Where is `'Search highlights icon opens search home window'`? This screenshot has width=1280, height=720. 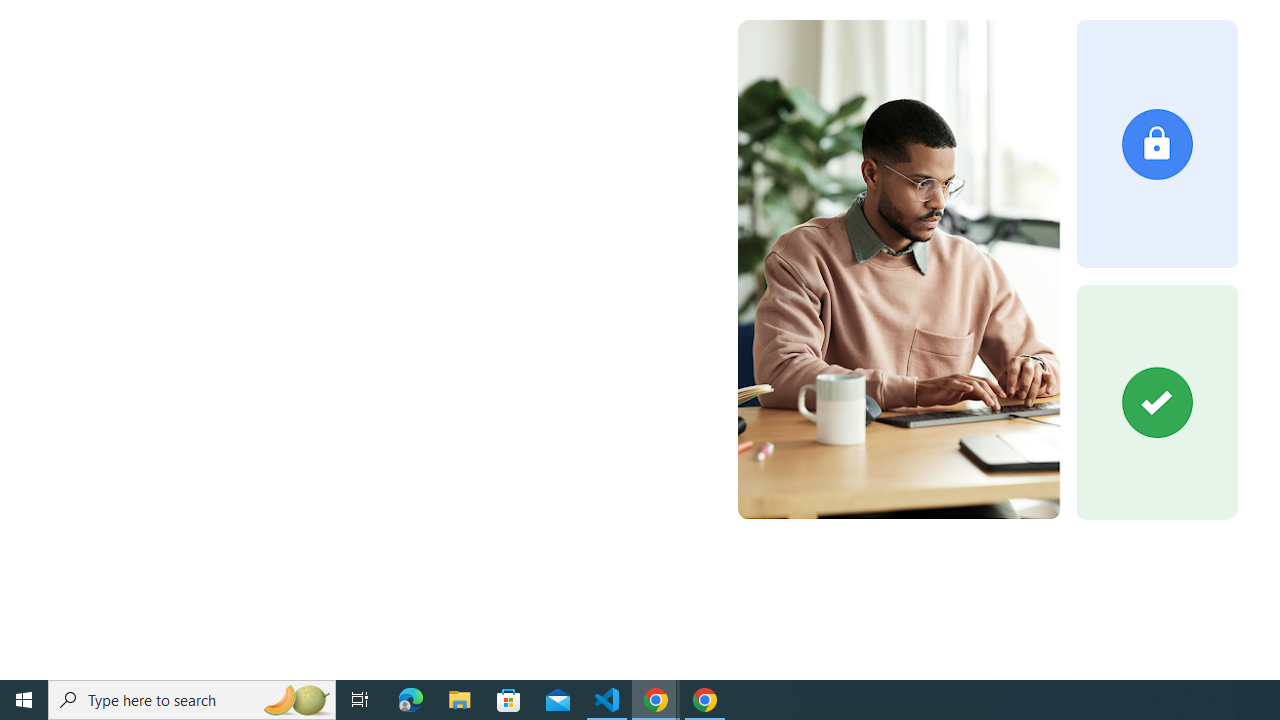 'Search highlights icon opens search home window' is located at coordinates (294, 698).